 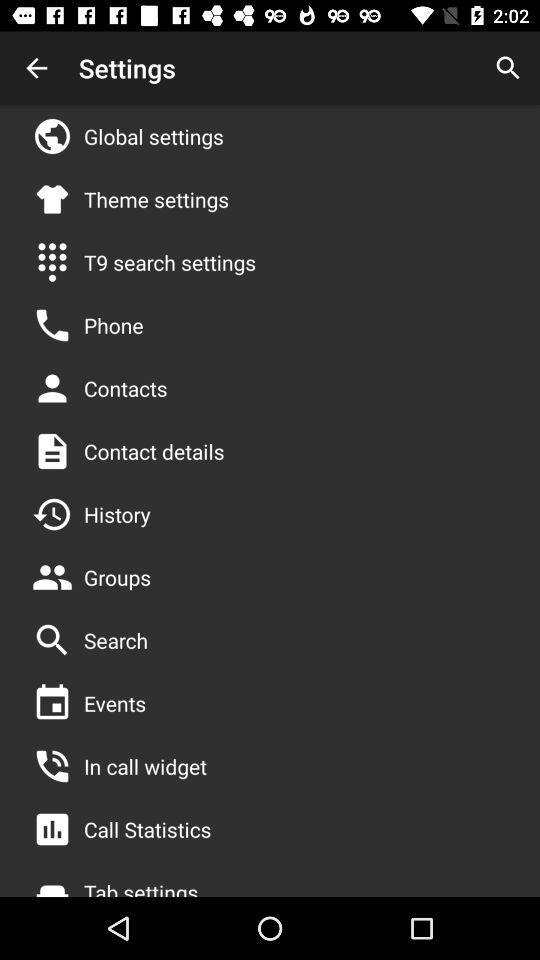 I want to click on in call widget item, so click(x=144, y=765).